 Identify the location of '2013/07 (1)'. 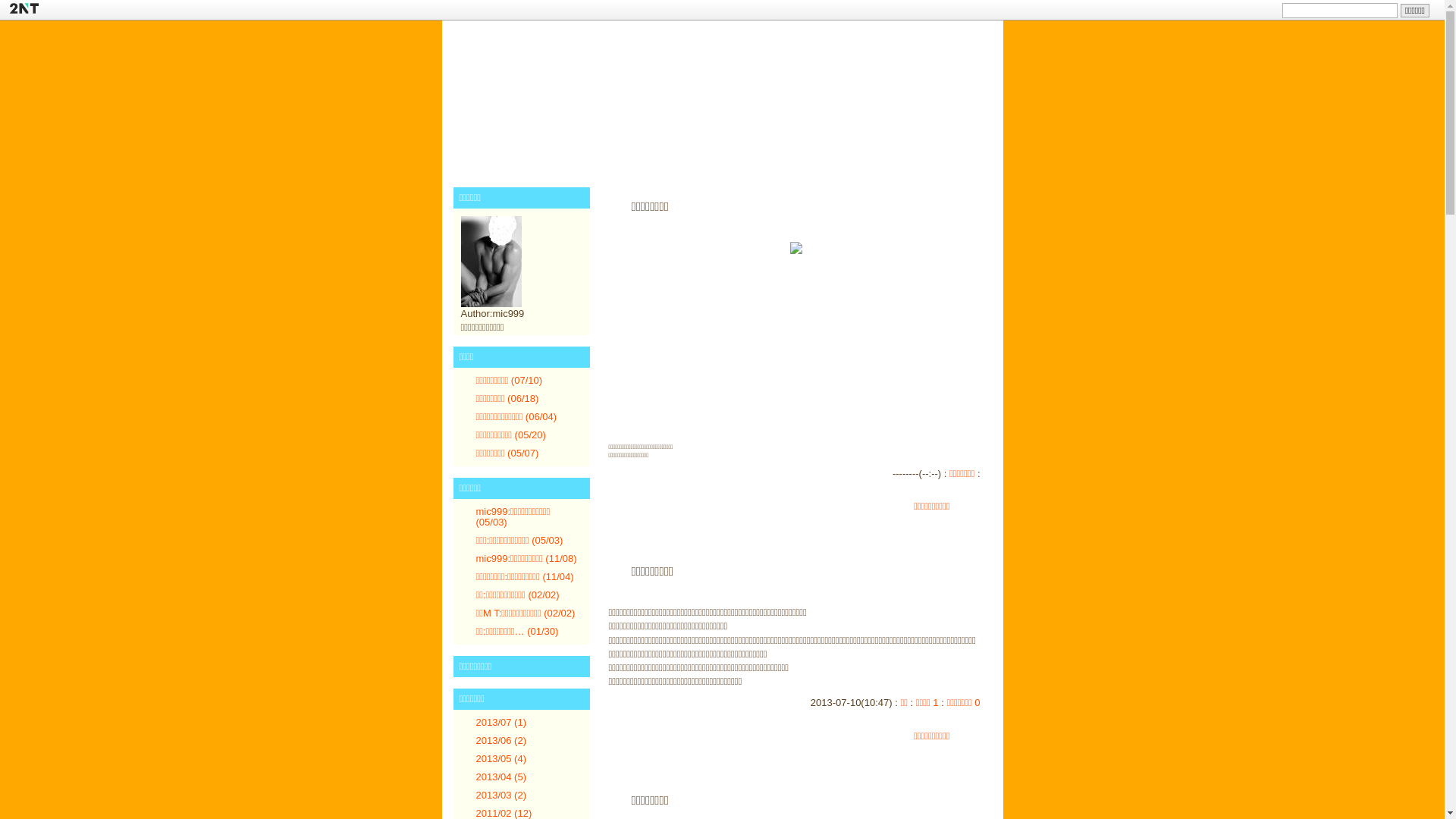
(501, 721).